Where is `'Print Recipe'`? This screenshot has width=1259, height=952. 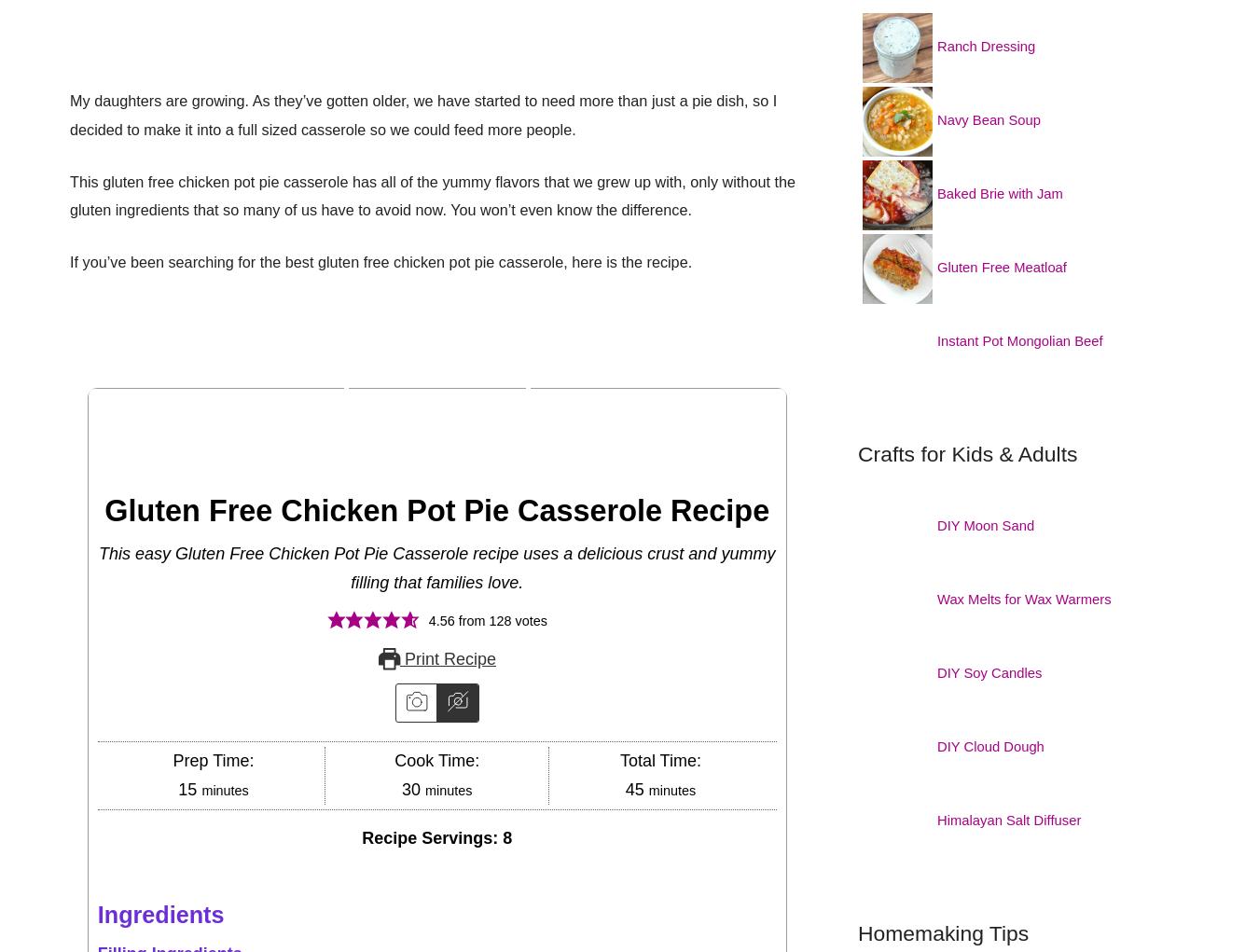 'Print Recipe' is located at coordinates (446, 658).